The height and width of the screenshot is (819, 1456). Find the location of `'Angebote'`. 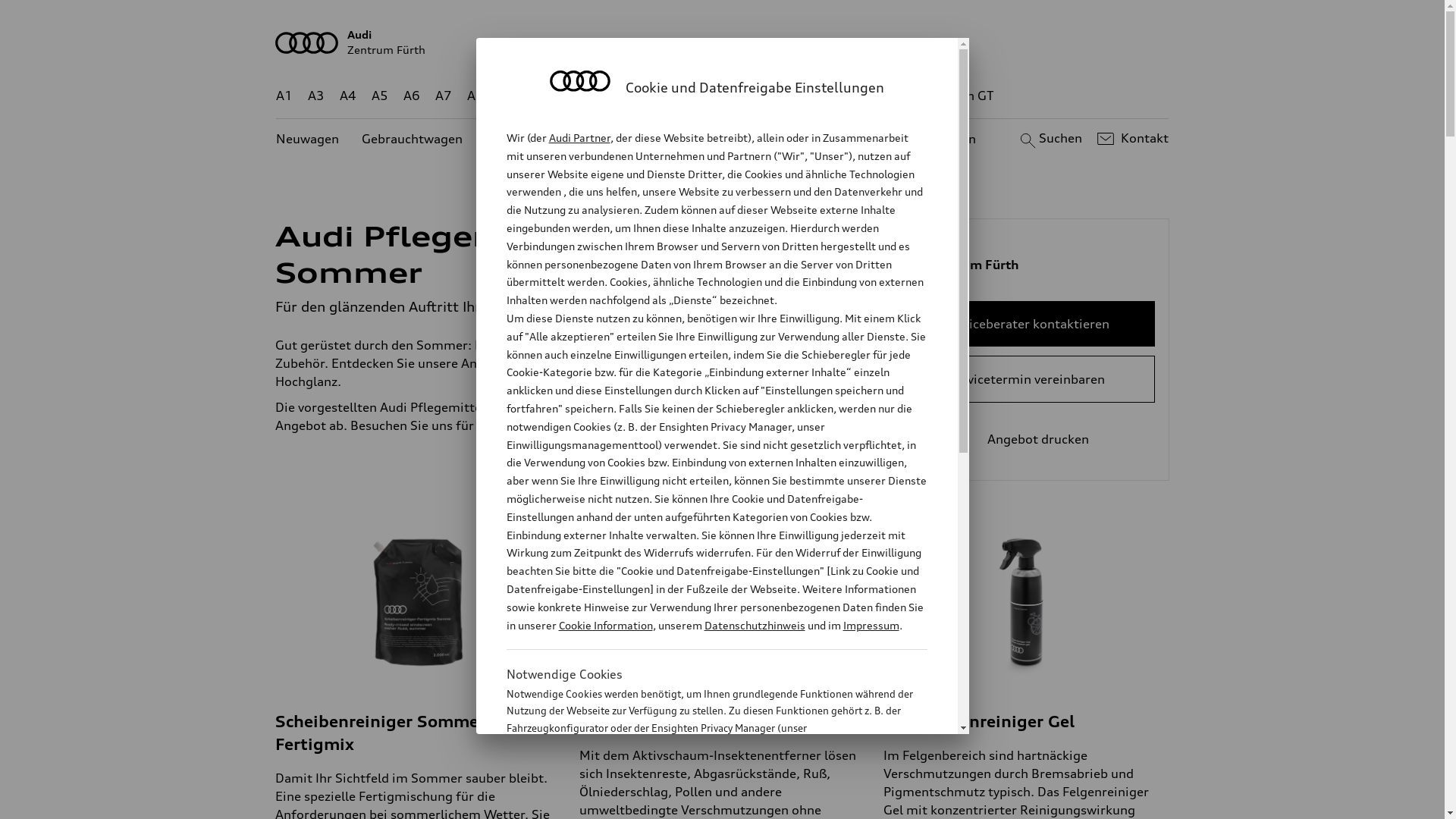

'Angebote' is located at coordinates (636, 139).